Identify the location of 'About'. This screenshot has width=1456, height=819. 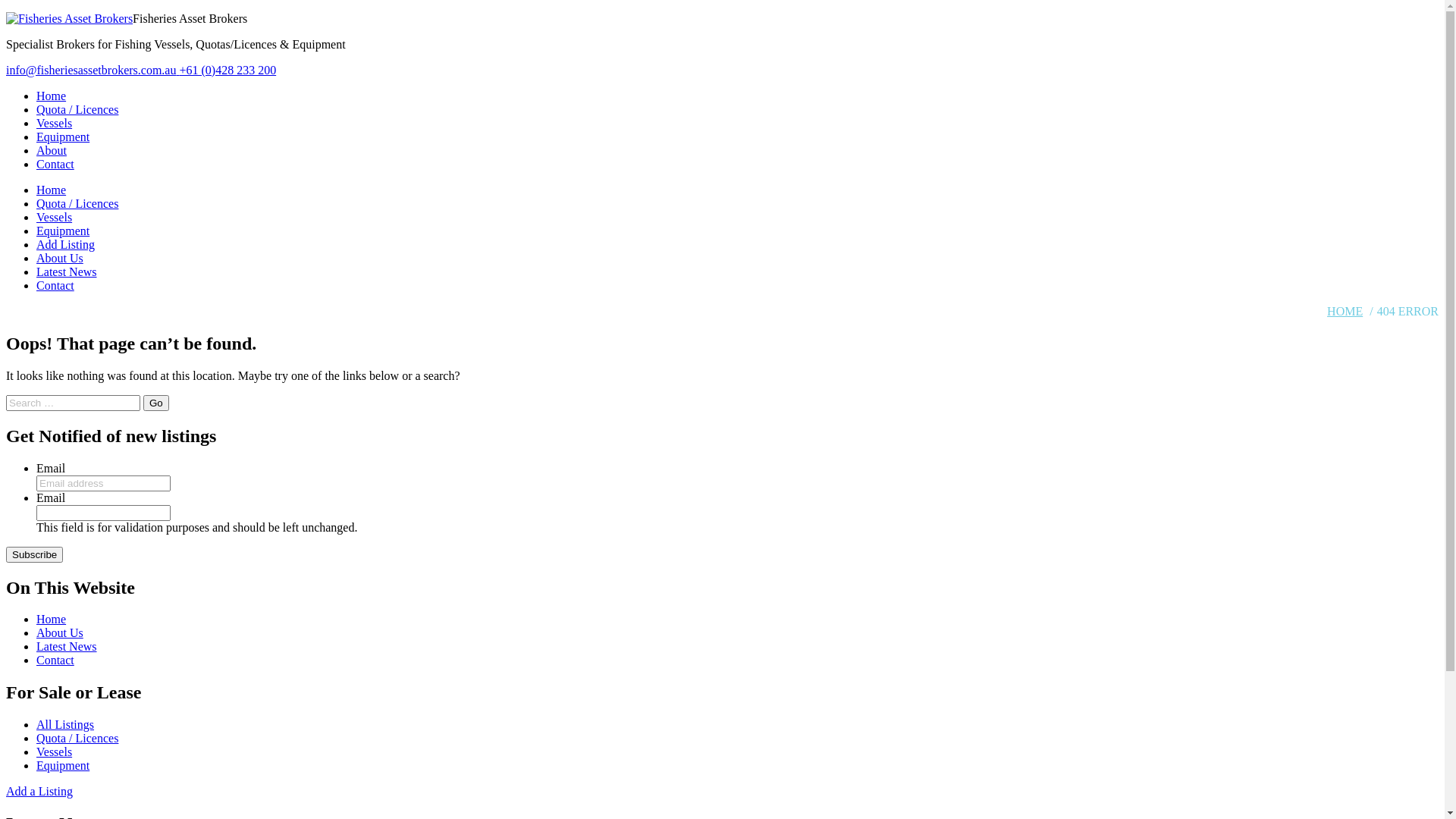
(36, 150).